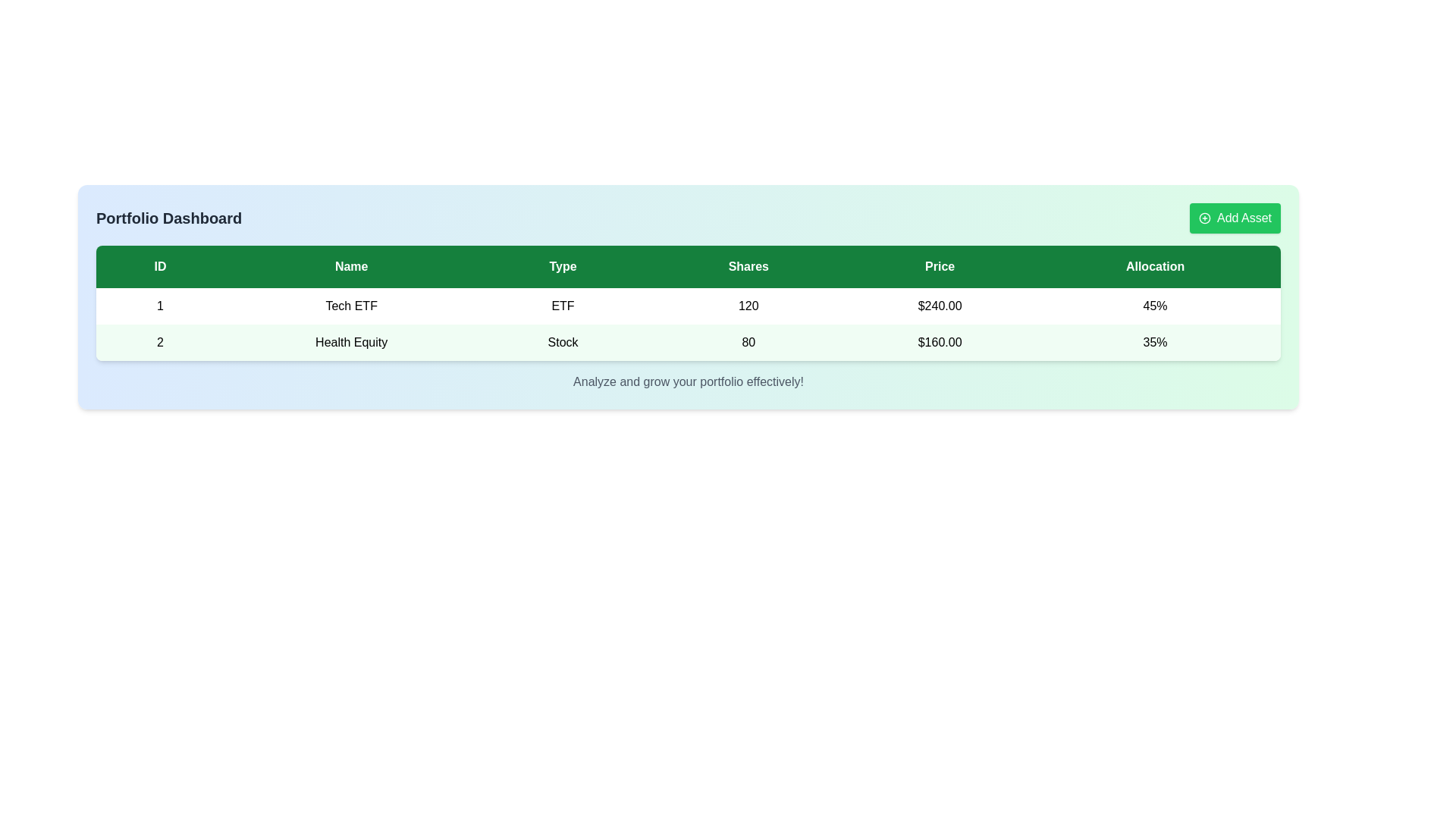 This screenshot has height=819, width=1456. Describe the element at coordinates (350, 342) in the screenshot. I see `the static text label that identifies the name of the asset` at that location.